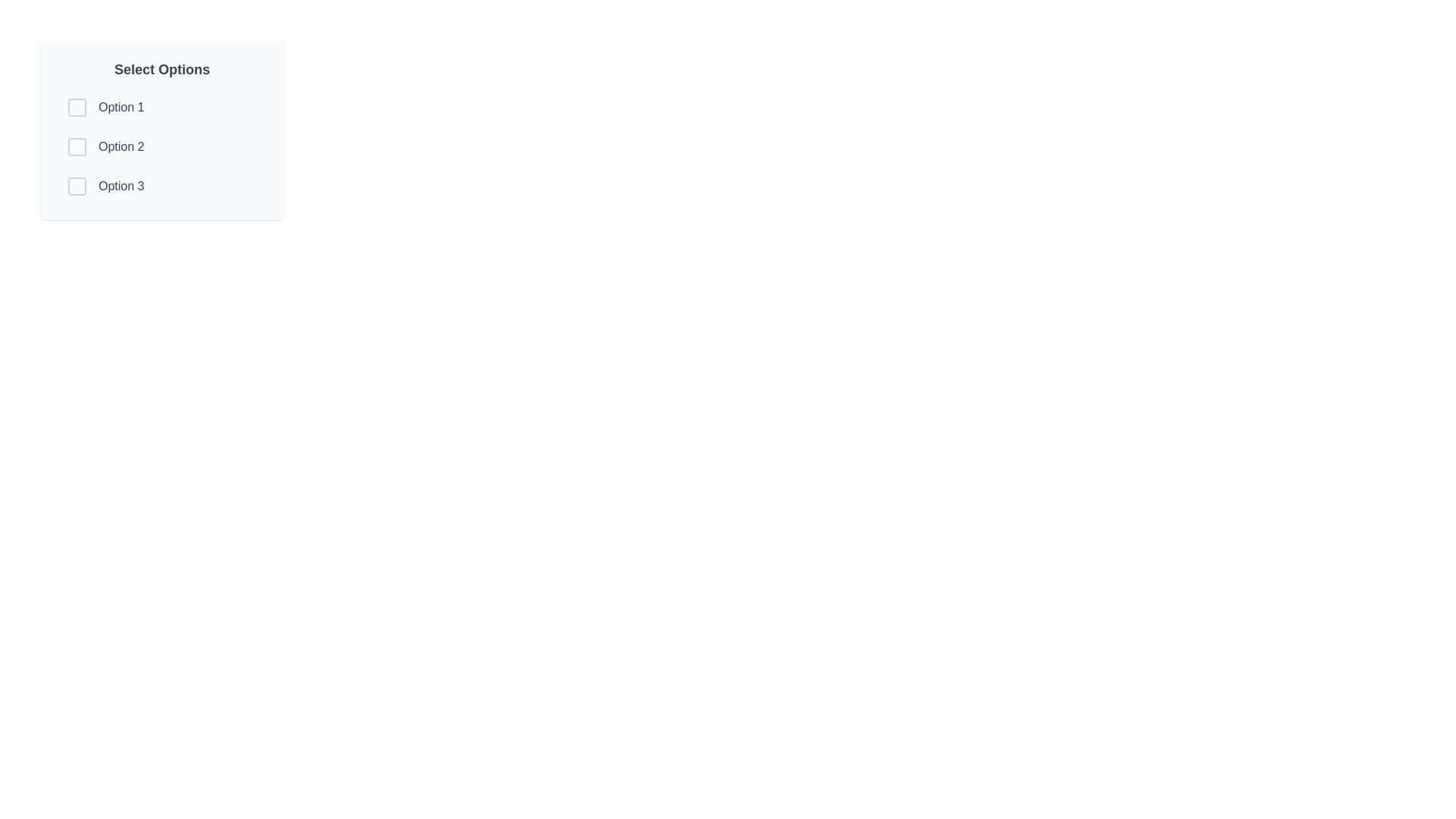 Image resolution: width=1456 pixels, height=819 pixels. I want to click on the checkbox located to the left of the text label 'Option 2', so click(76, 146).